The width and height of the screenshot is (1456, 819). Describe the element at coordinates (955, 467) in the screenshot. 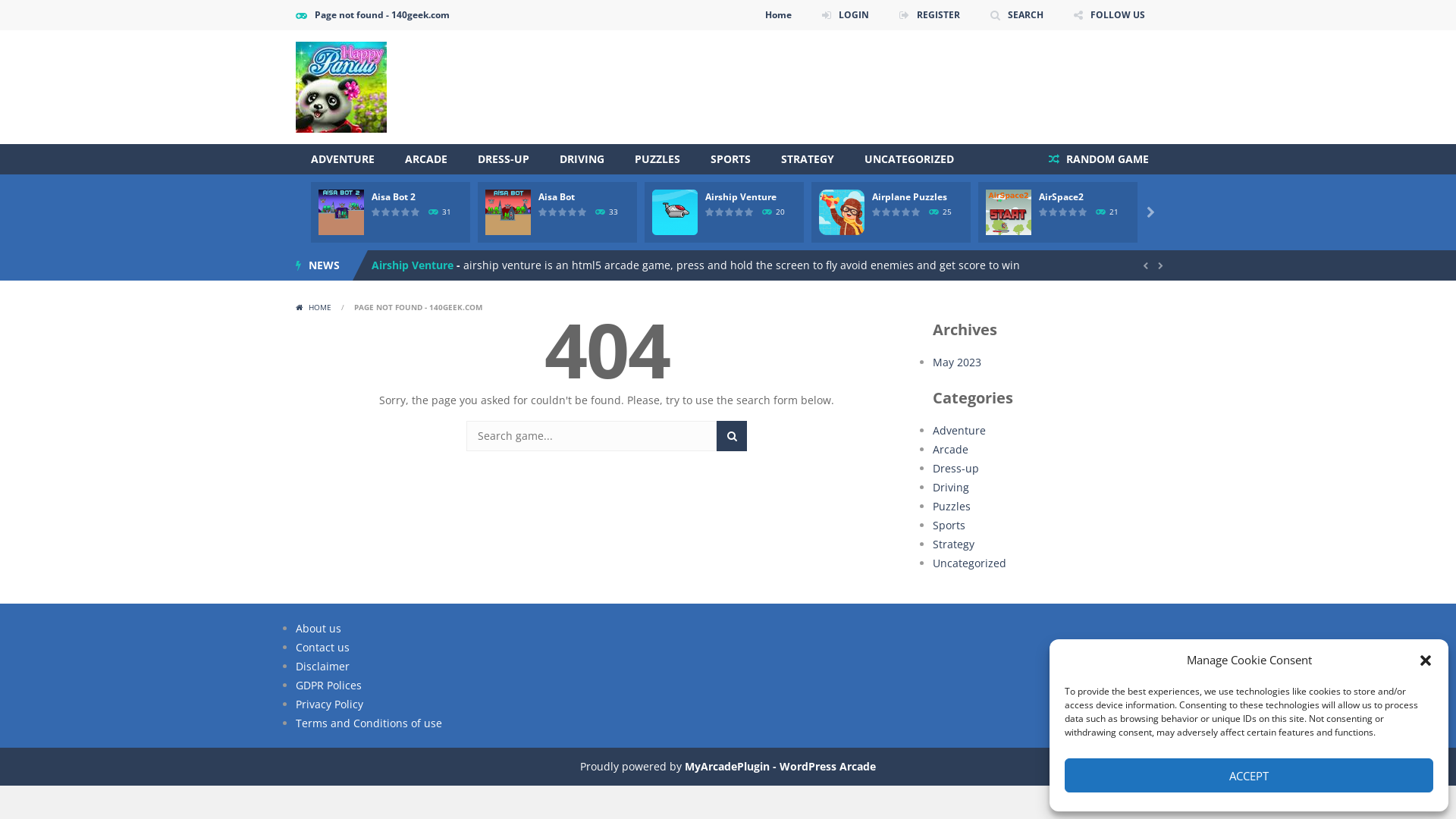

I see `'Dress-up'` at that location.